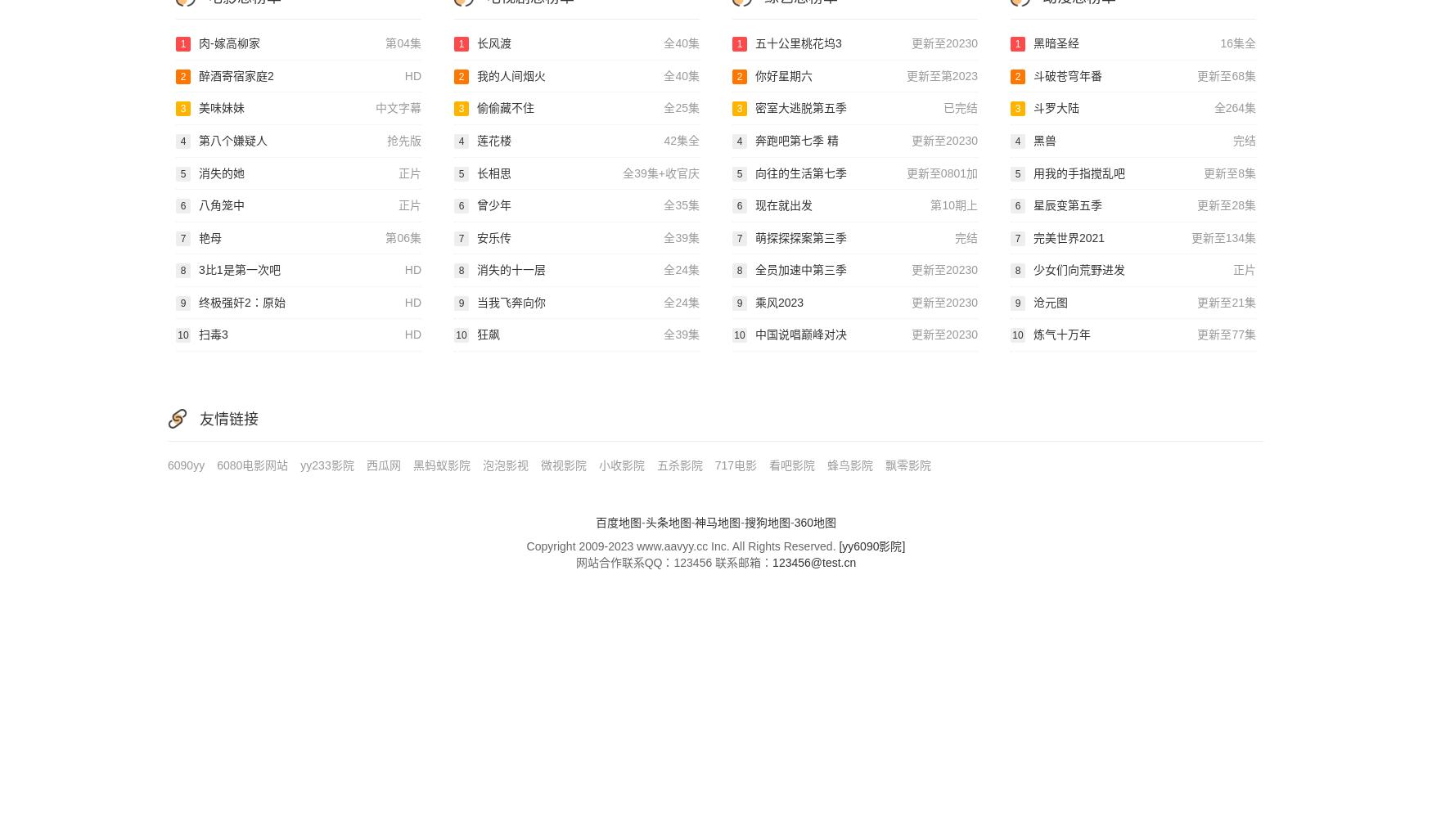 The image size is (1432, 840). What do you see at coordinates (682, 204) in the screenshot?
I see `'全35集'` at bounding box center [682, 204].